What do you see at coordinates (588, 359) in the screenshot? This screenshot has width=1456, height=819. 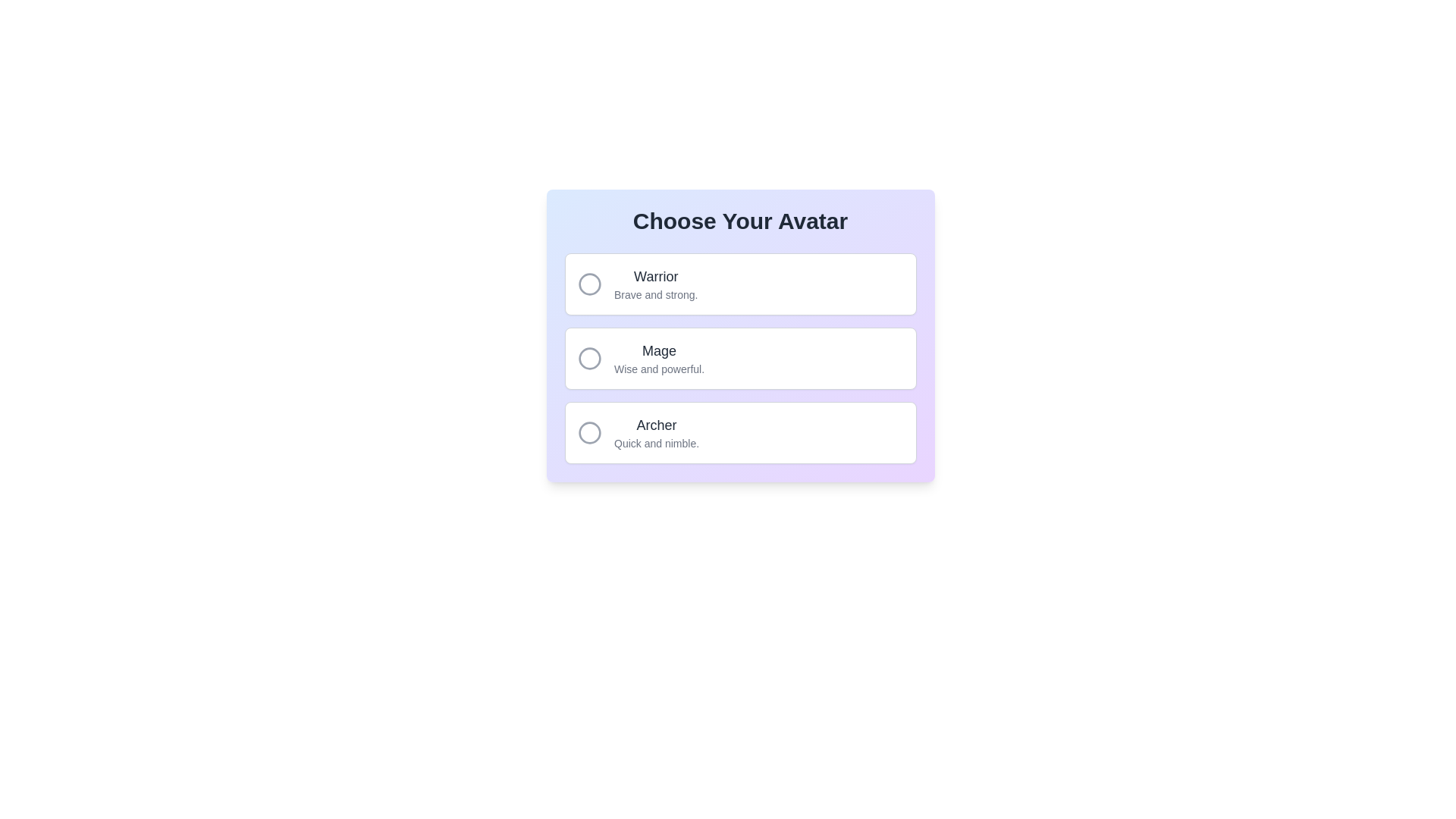 I see `the gray circular selectable indicator (radio button) for the 'Mage' option` at bounding box center [588, 359].